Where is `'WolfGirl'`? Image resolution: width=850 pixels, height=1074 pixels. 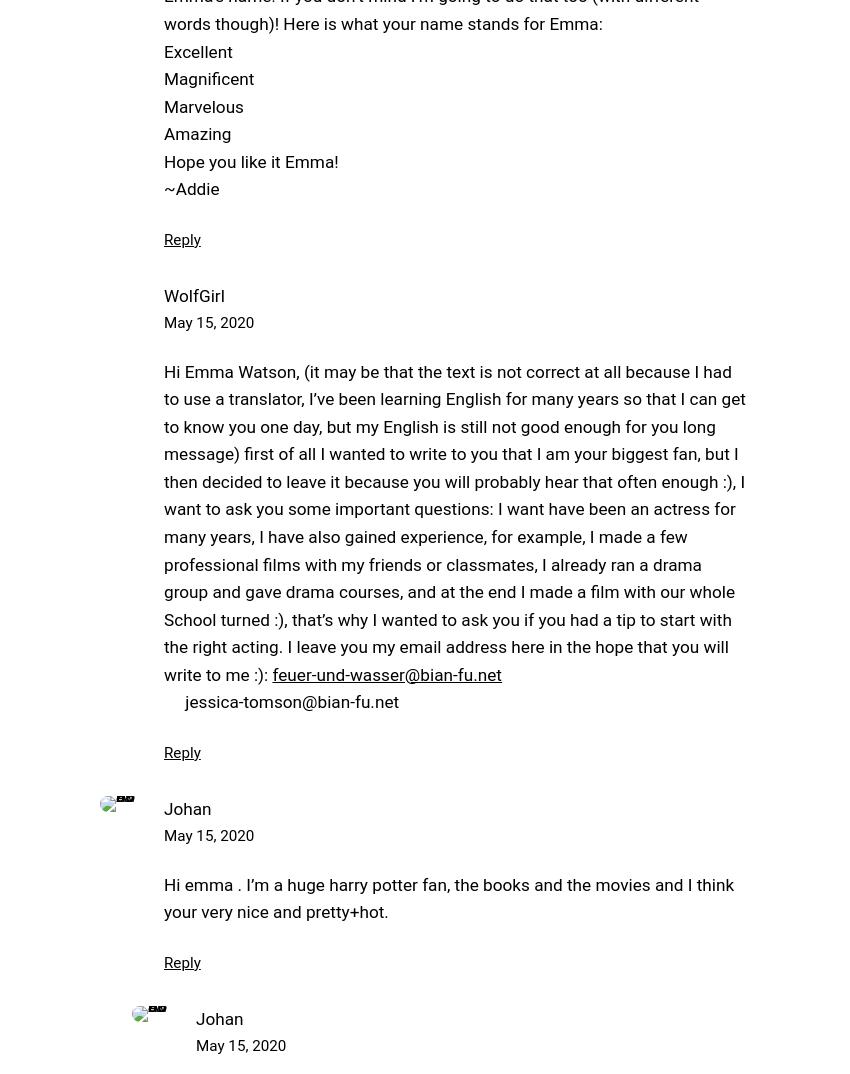
'WolfGirl' is located at coordinates (192, 295).